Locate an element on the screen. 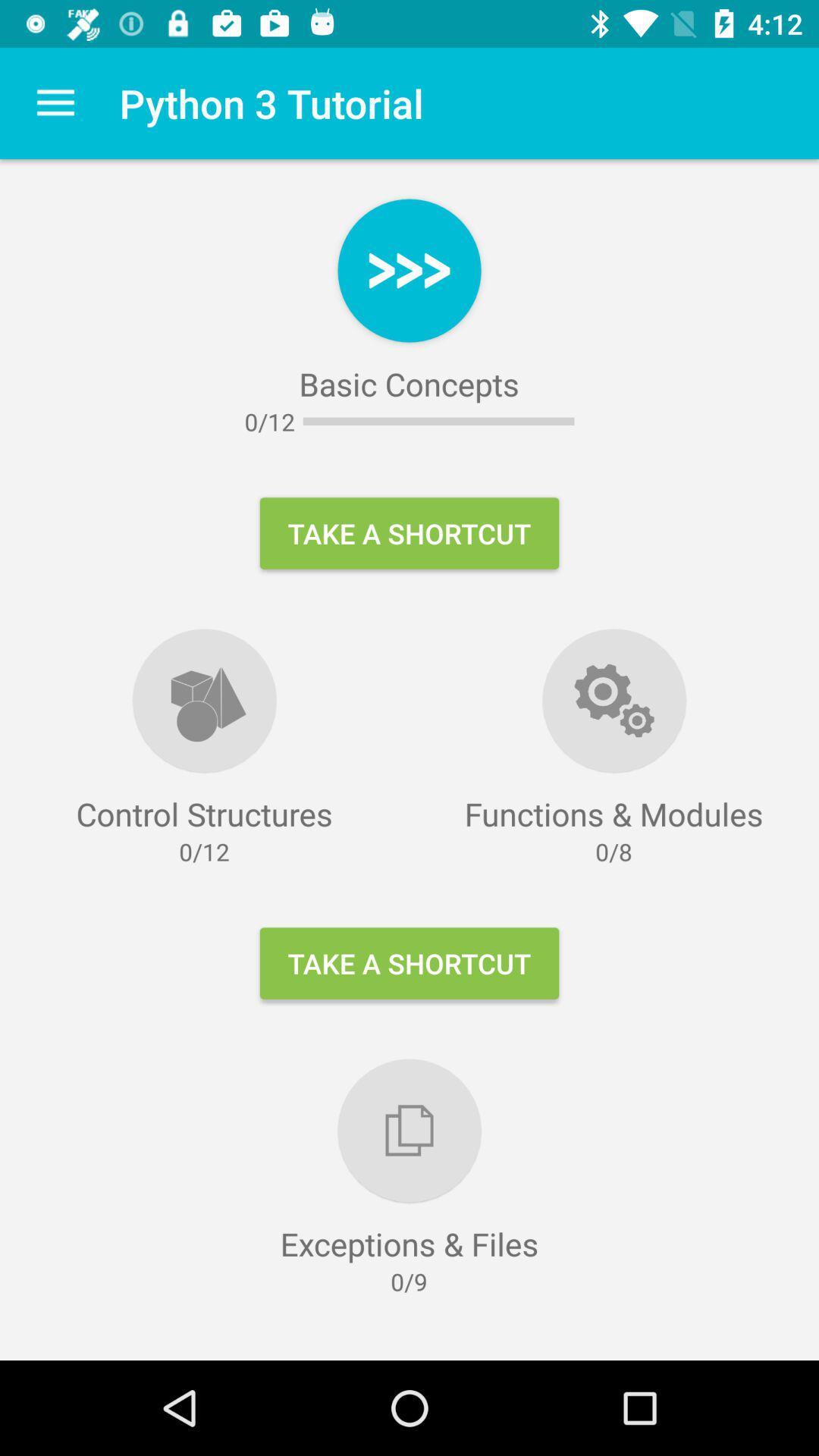  icon above the control structures icon is located at coordinates (55, 102).